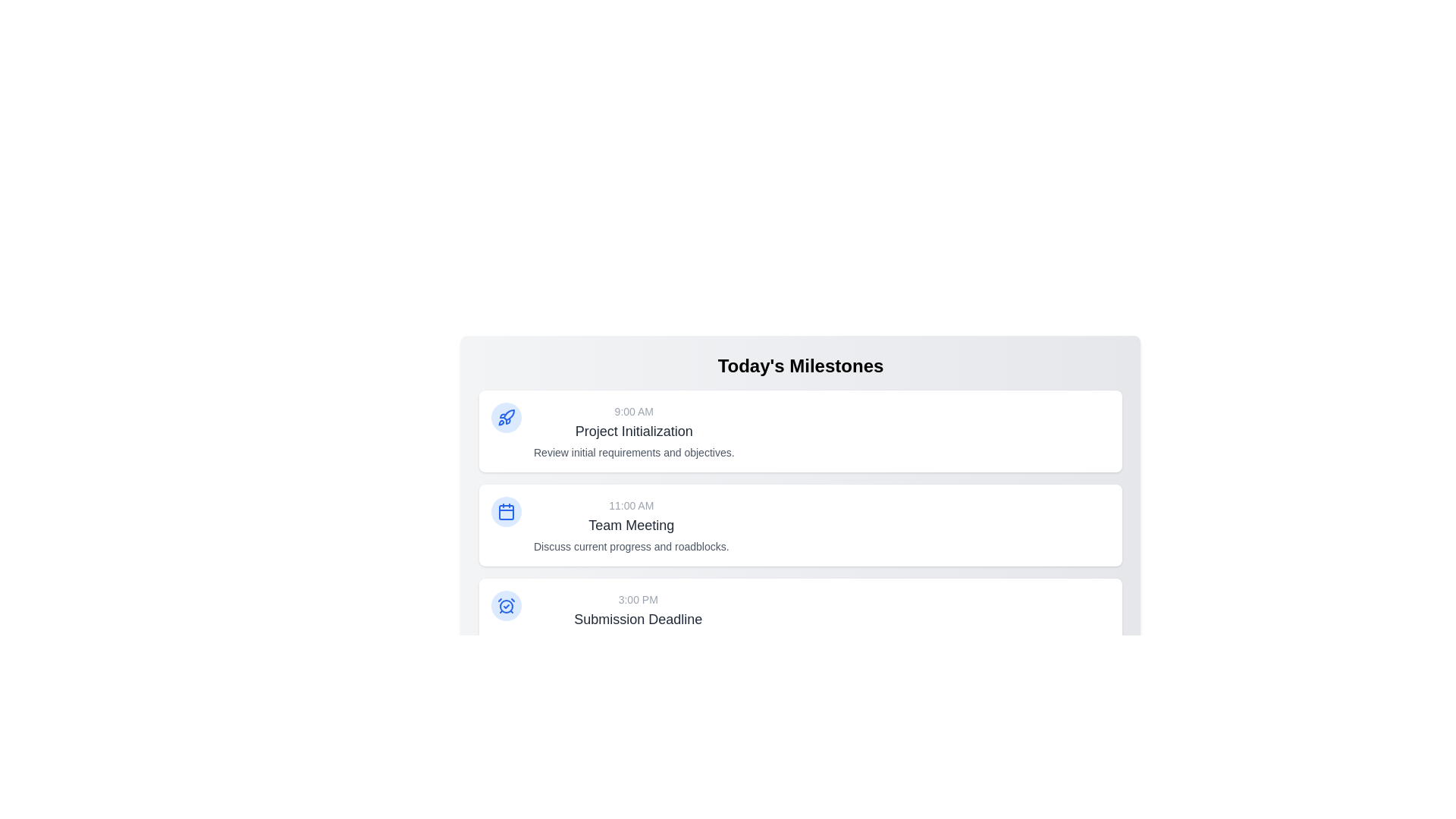 The width and height of the screenshot is (1456, 819). What do you see at coordinates (634, 431) in the screenshot?
I see `the first milestone entry in the list, which includes time, title, and description, to provide information about the scheduled event` at bounding box center [634, 431].